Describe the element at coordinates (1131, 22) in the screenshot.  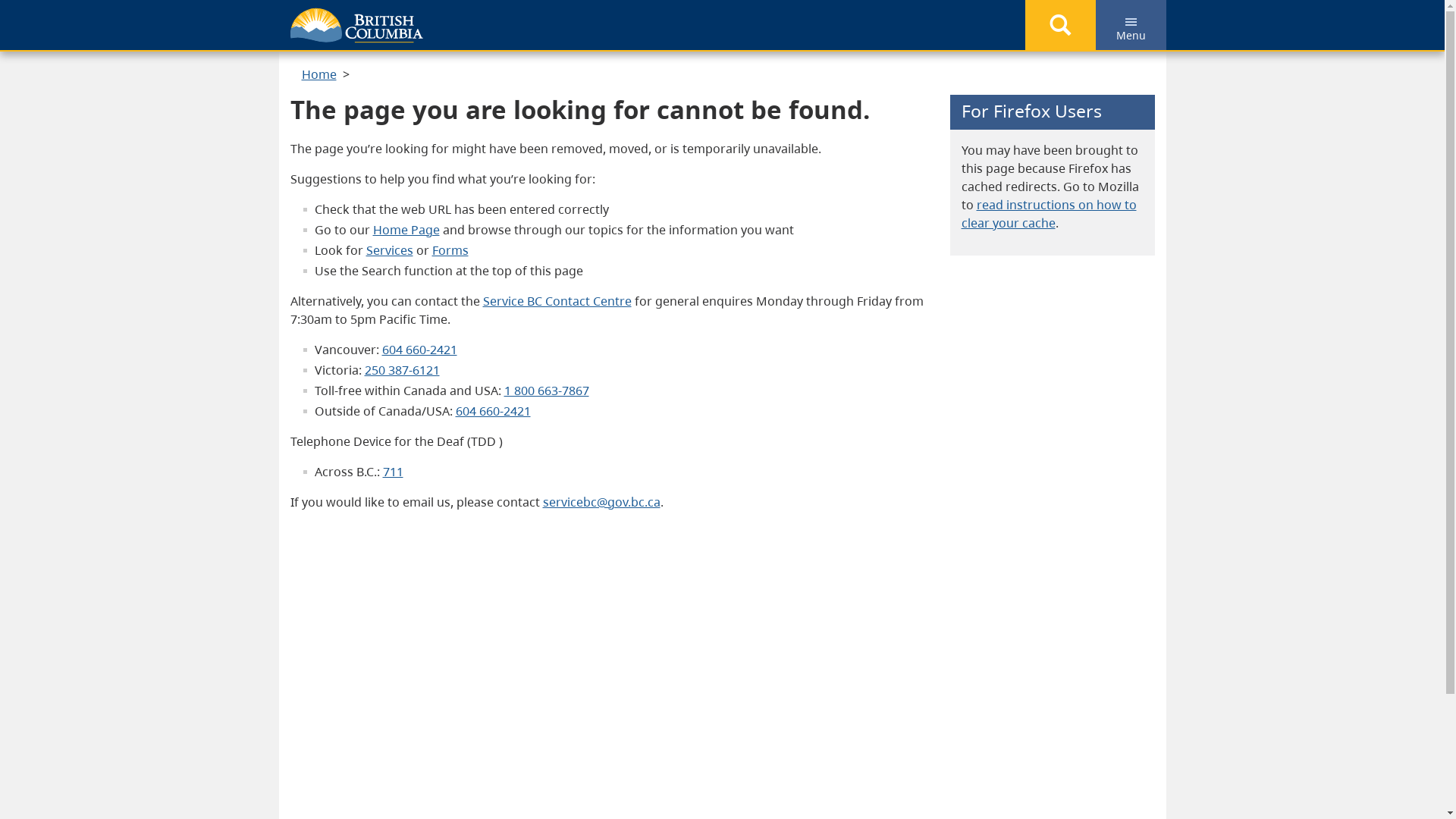
I see `'Menu'` at that location.